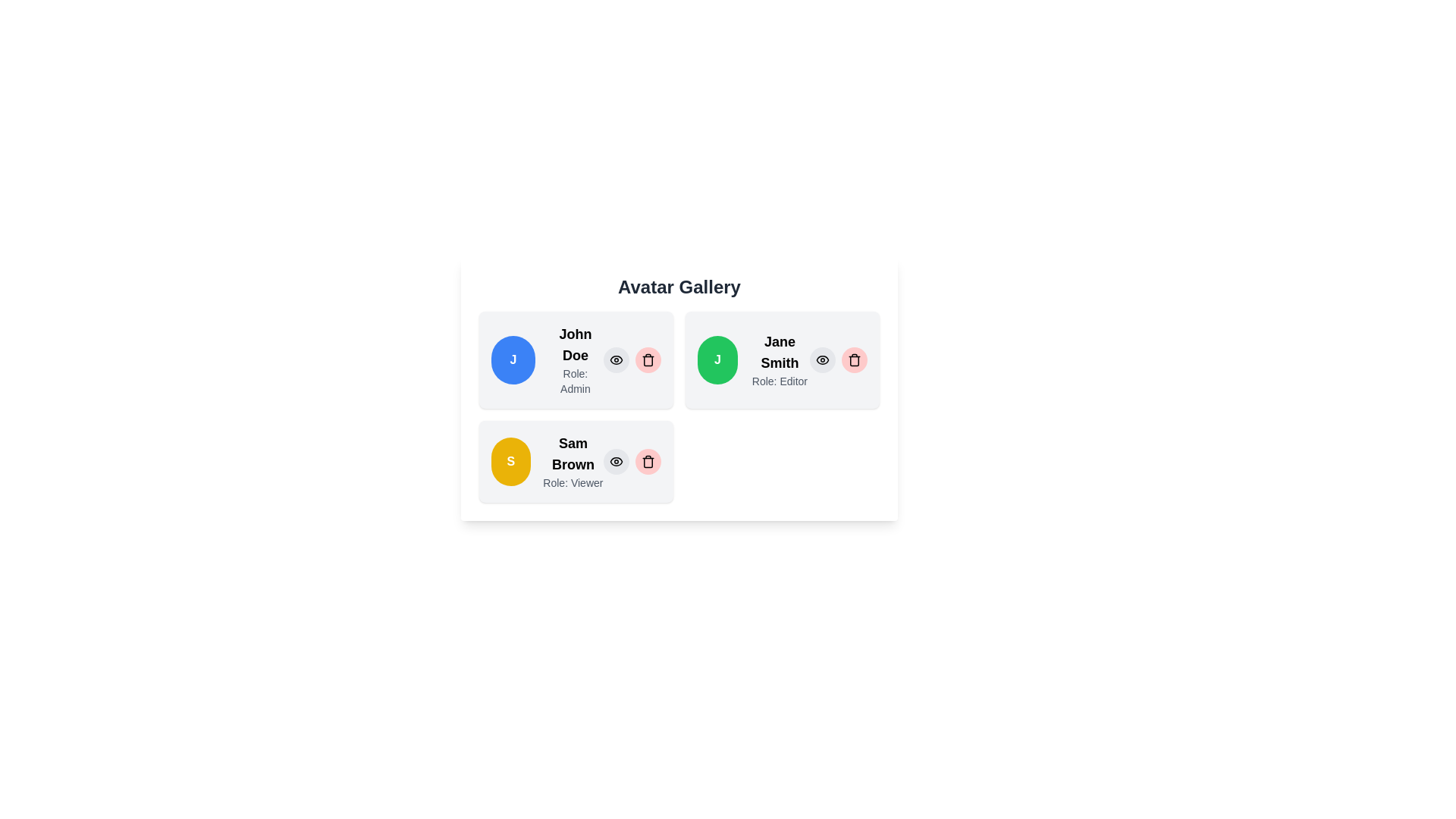 The width and height of the screenshot is (1456, 819). Describe the element at coordinates (616, 461) in the screenshot. I see `the leftmost circular button with a light gray background and a black eye icon in the action buttons group for user 'Sam Brown' in the 'Avatar Gallery'` at that location.